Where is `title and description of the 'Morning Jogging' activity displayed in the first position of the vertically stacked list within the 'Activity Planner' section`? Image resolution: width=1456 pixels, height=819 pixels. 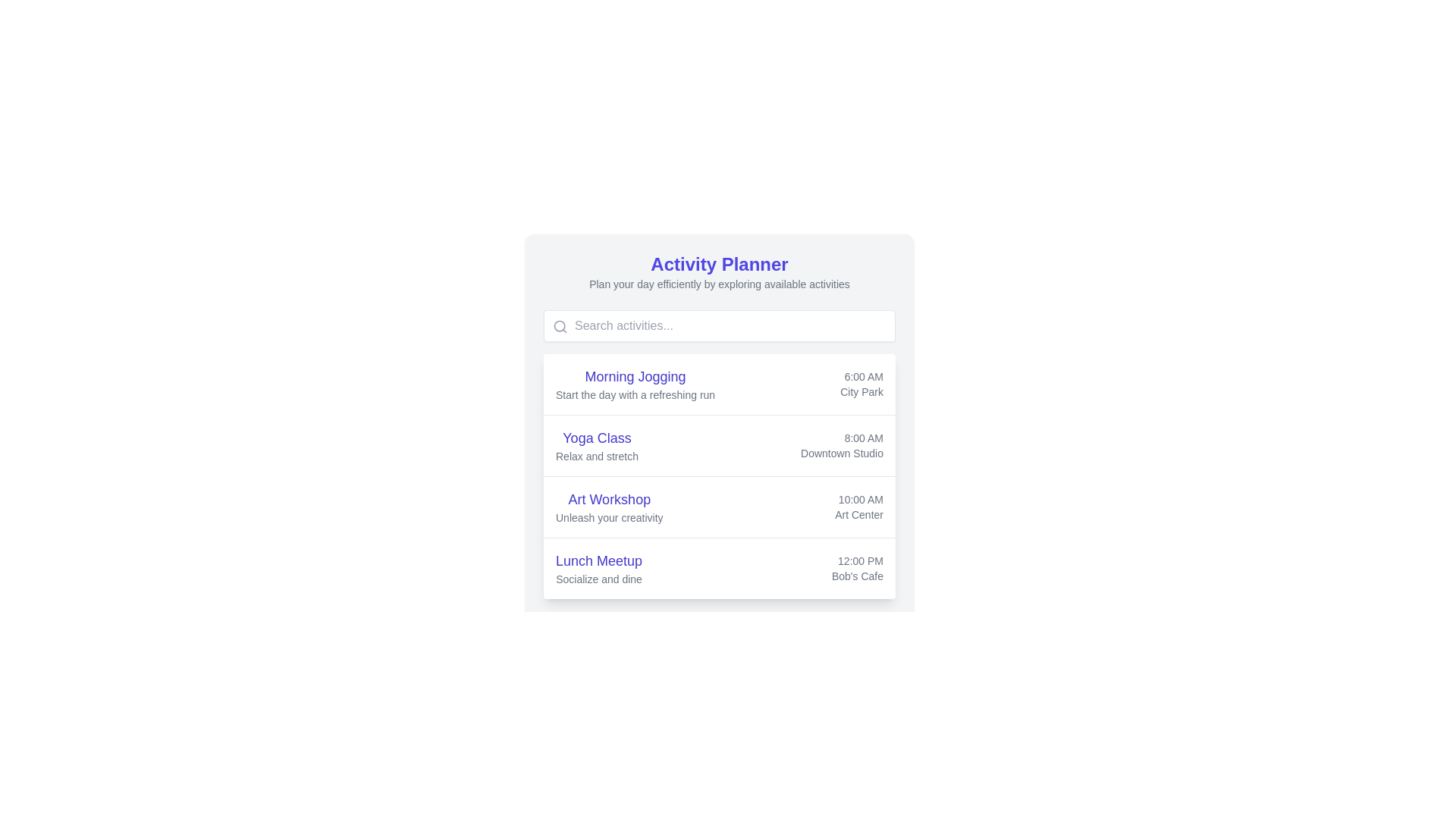 title and description of the 'Morning Jogging' activity displayed in the first position of the vertically stacked list within the 'Activity Planner' section is located at coordinates (635, 383).